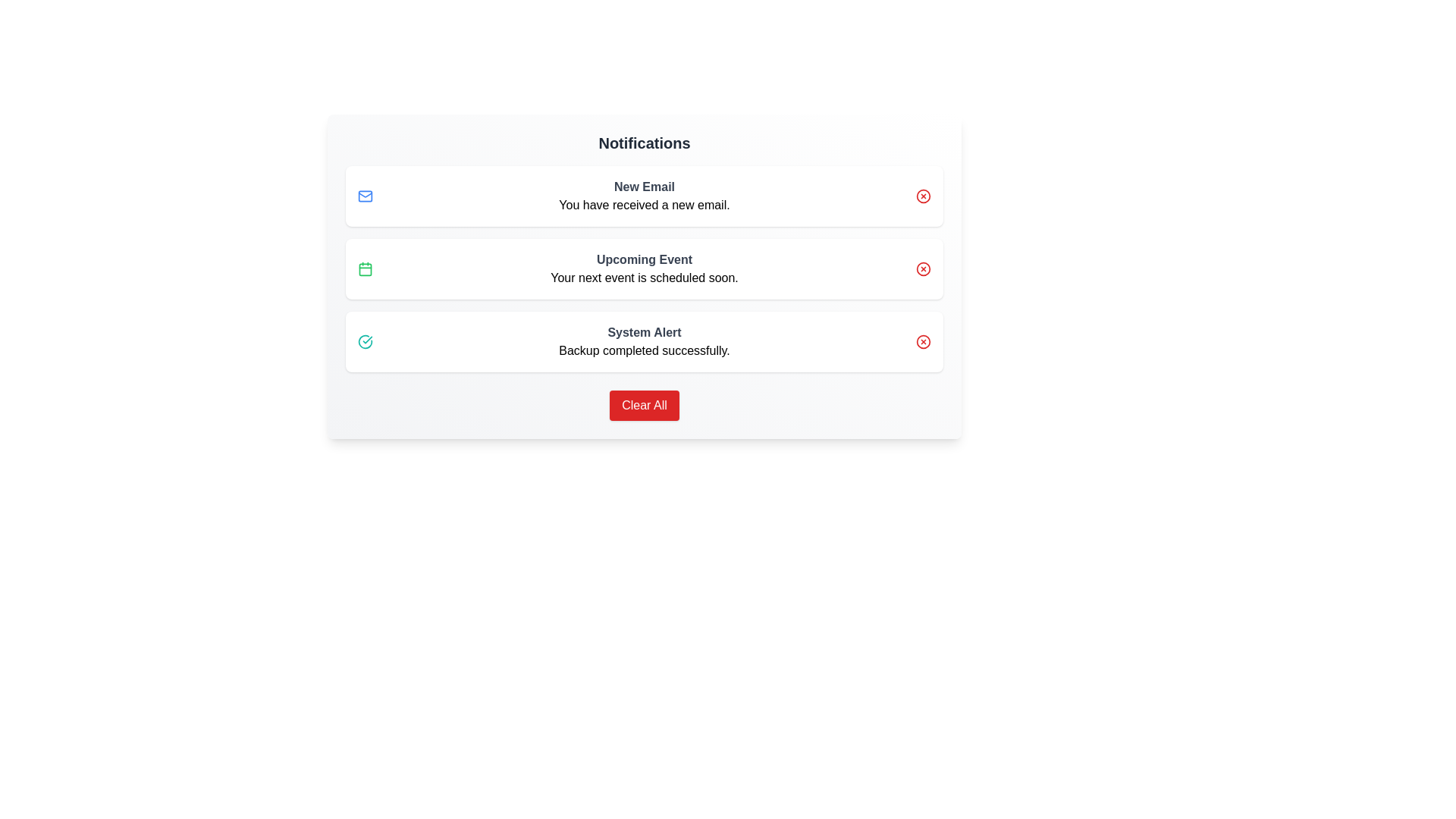 This screenshot has width=1456, height=819. Describe the element at coordinates (365, 195) in the screenshot. I see `the email notification icon located at the leftmost end of the 'New Email' notification card` at that location.